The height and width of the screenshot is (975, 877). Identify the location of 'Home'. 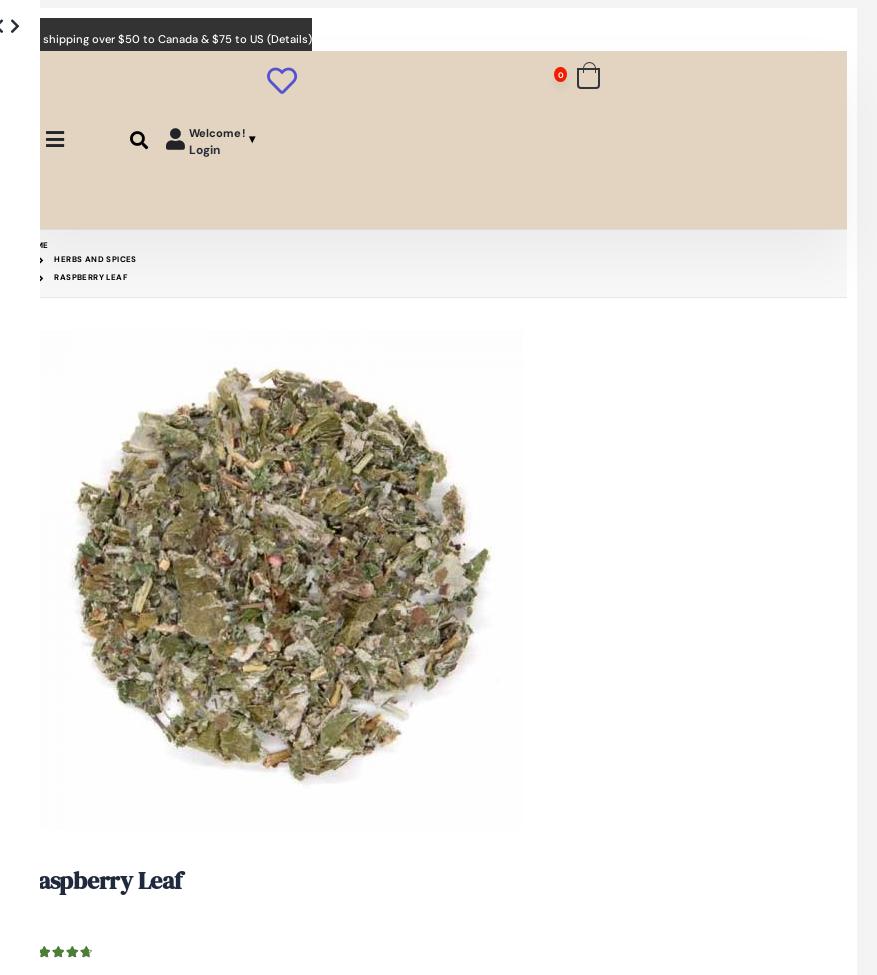
(34, 245).